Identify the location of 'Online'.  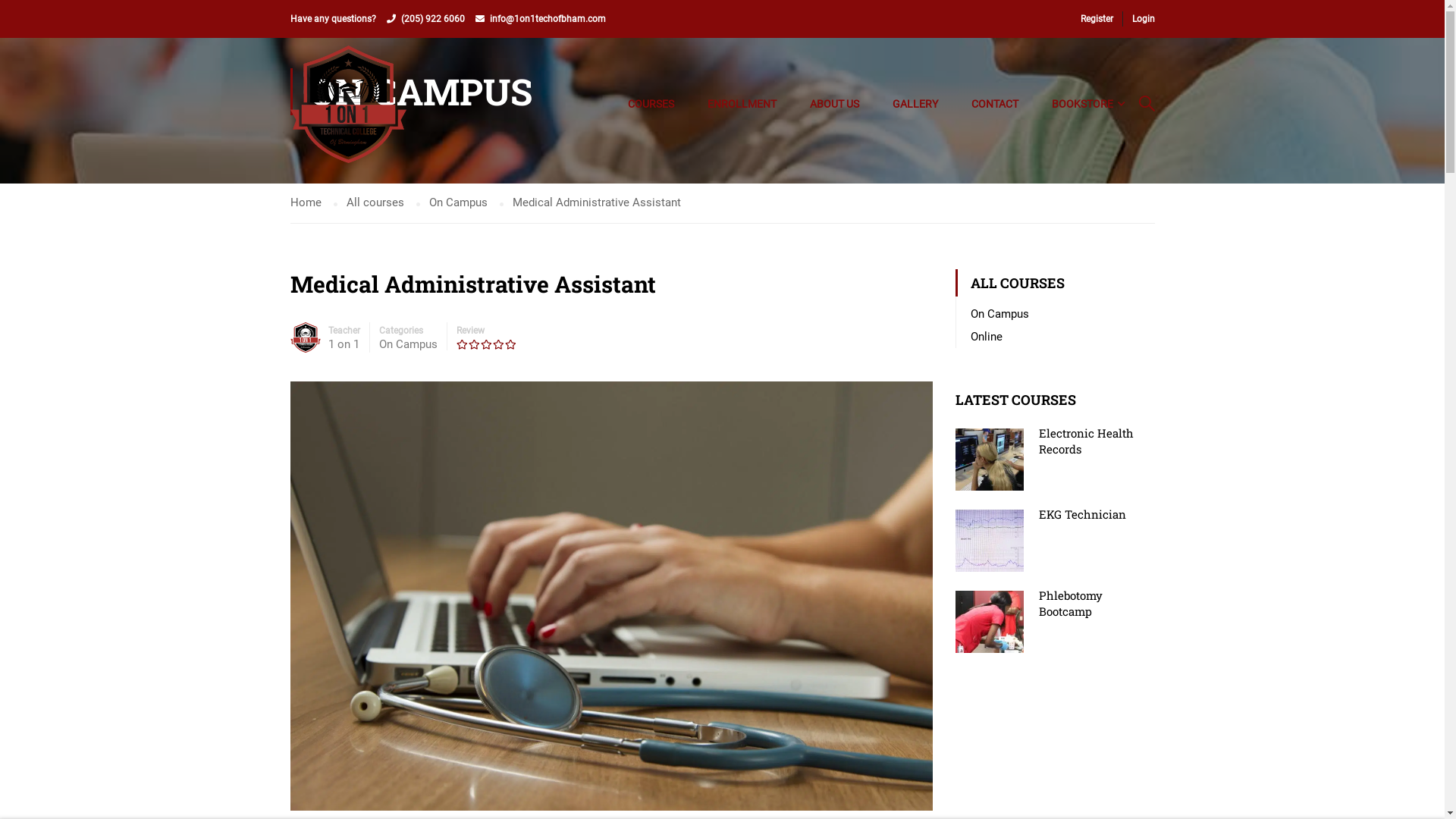
(986, 335).